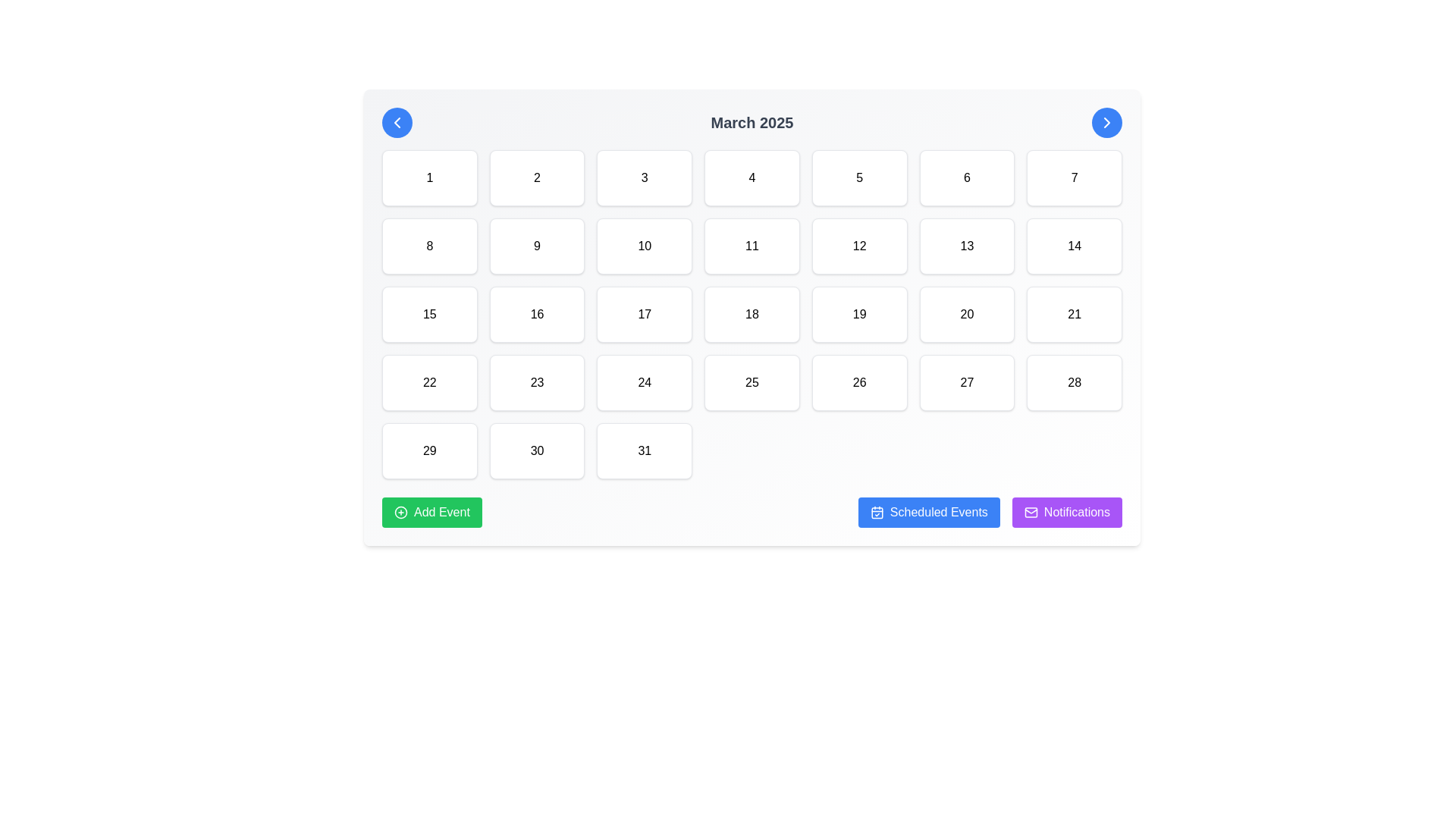  Describe the element at coordinates (1074, 177) in the screenshot. I see `the static text element representing the numerical day '7' in the March 2025 calendar grid` at that location.